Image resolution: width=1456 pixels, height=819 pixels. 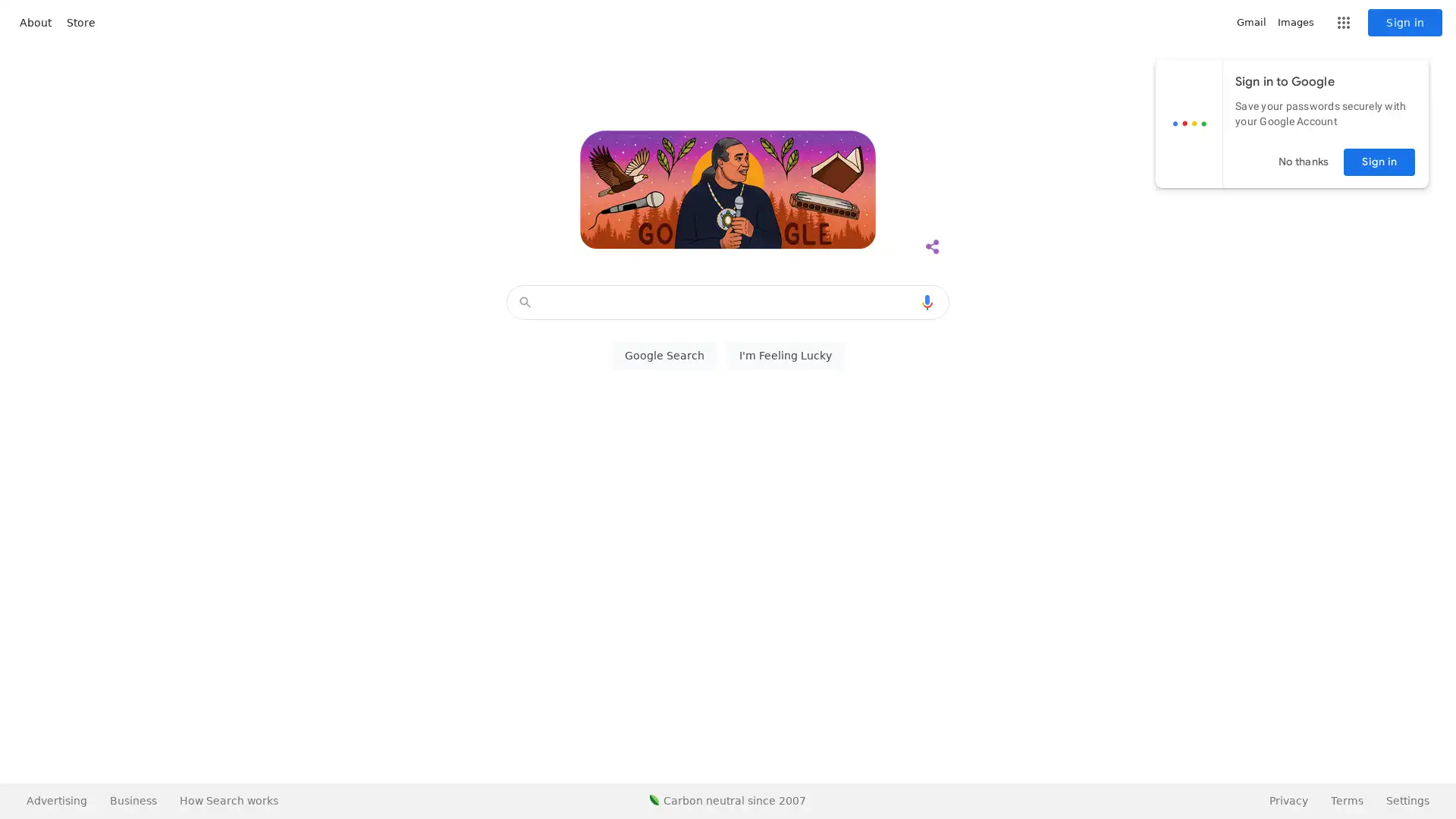 What do you see at coordinates (664, 356) in the screenshot?
I see `Google Search` at bounding box center [664, 356].